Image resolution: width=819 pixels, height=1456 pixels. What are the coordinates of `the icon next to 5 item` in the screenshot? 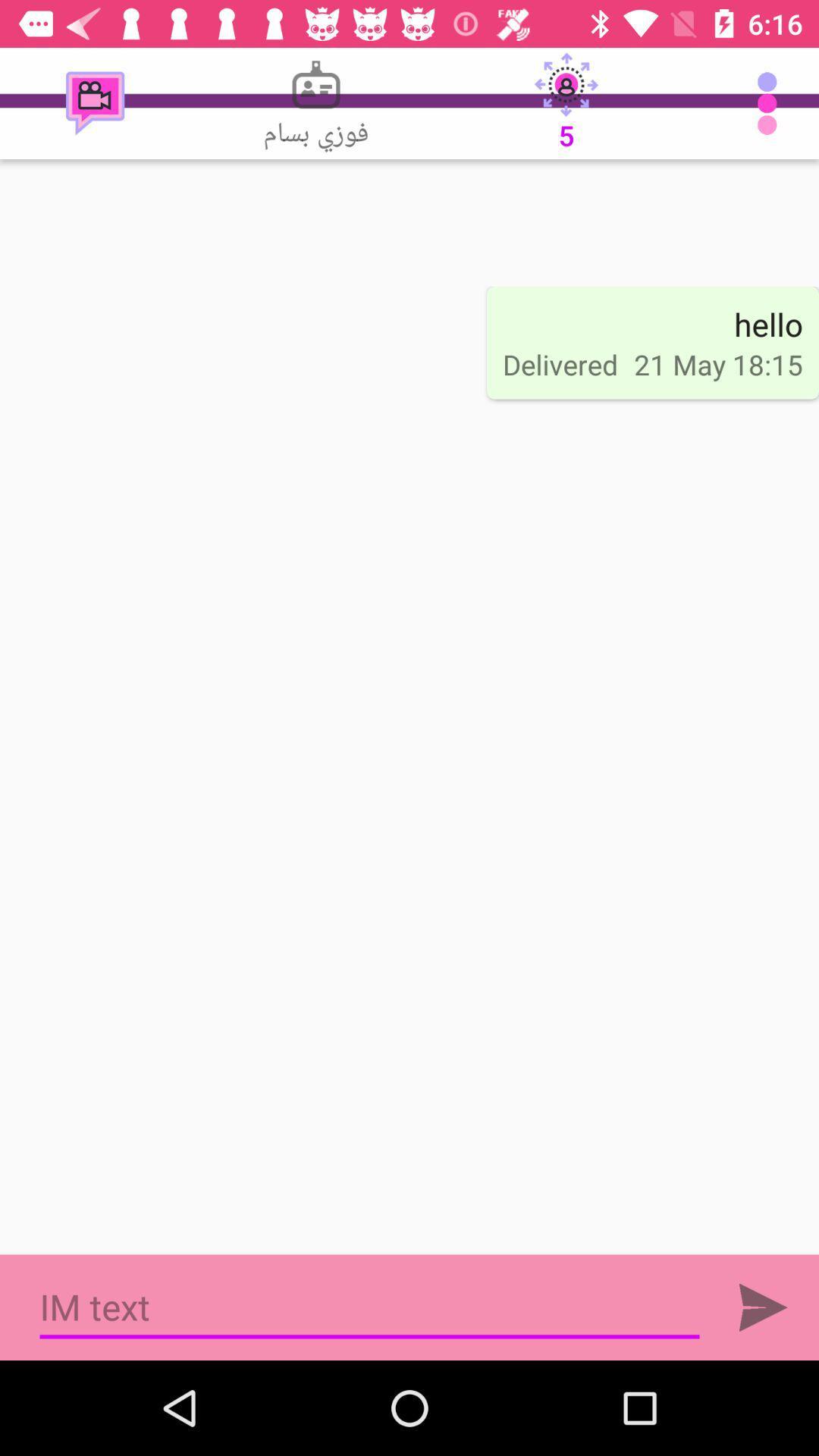 It's located at (315, 102).